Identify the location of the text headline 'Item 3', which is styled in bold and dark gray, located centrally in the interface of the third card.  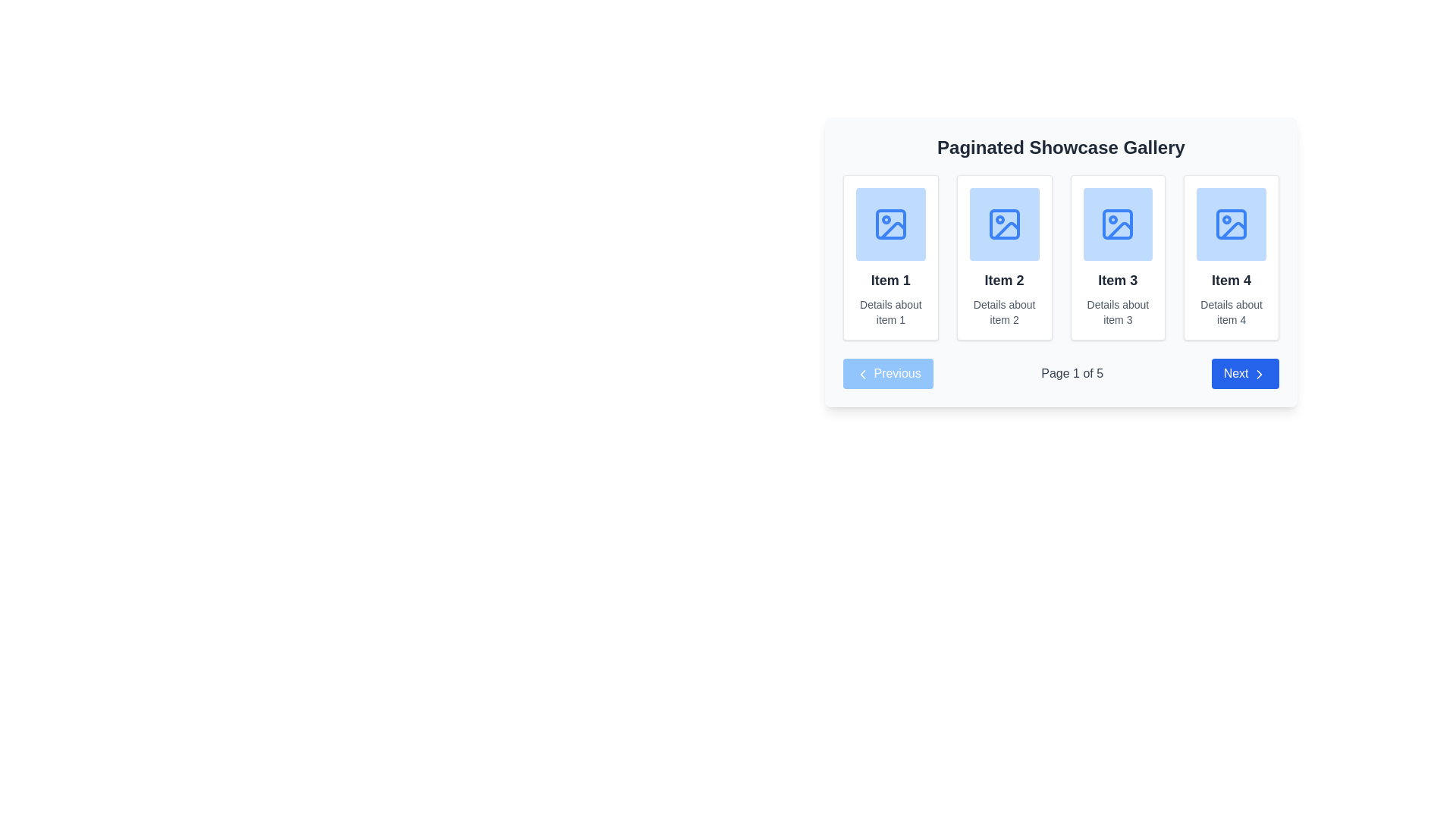
(1118, 281).